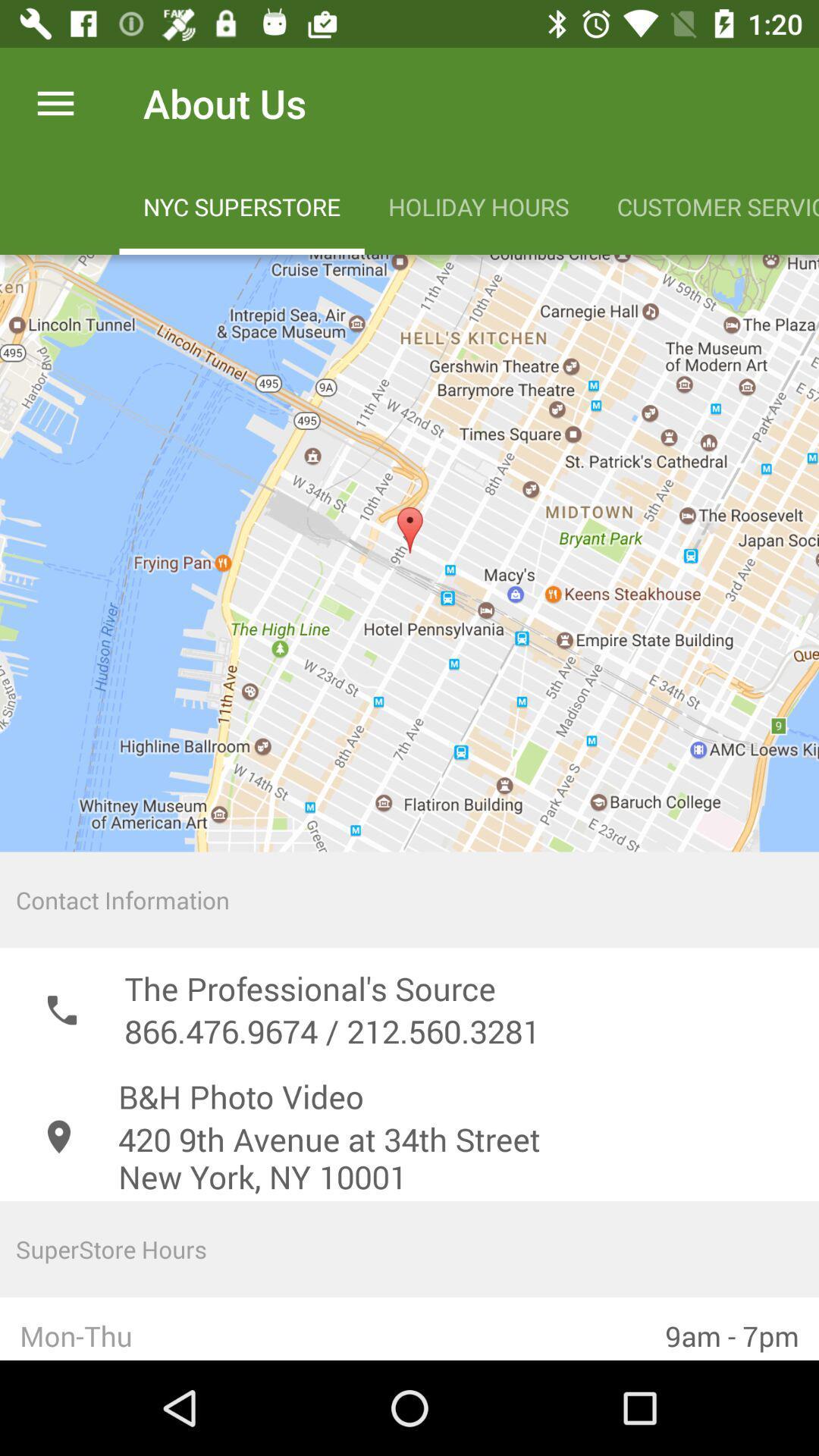  I want to click on enlarge maps, so click(409, 552).